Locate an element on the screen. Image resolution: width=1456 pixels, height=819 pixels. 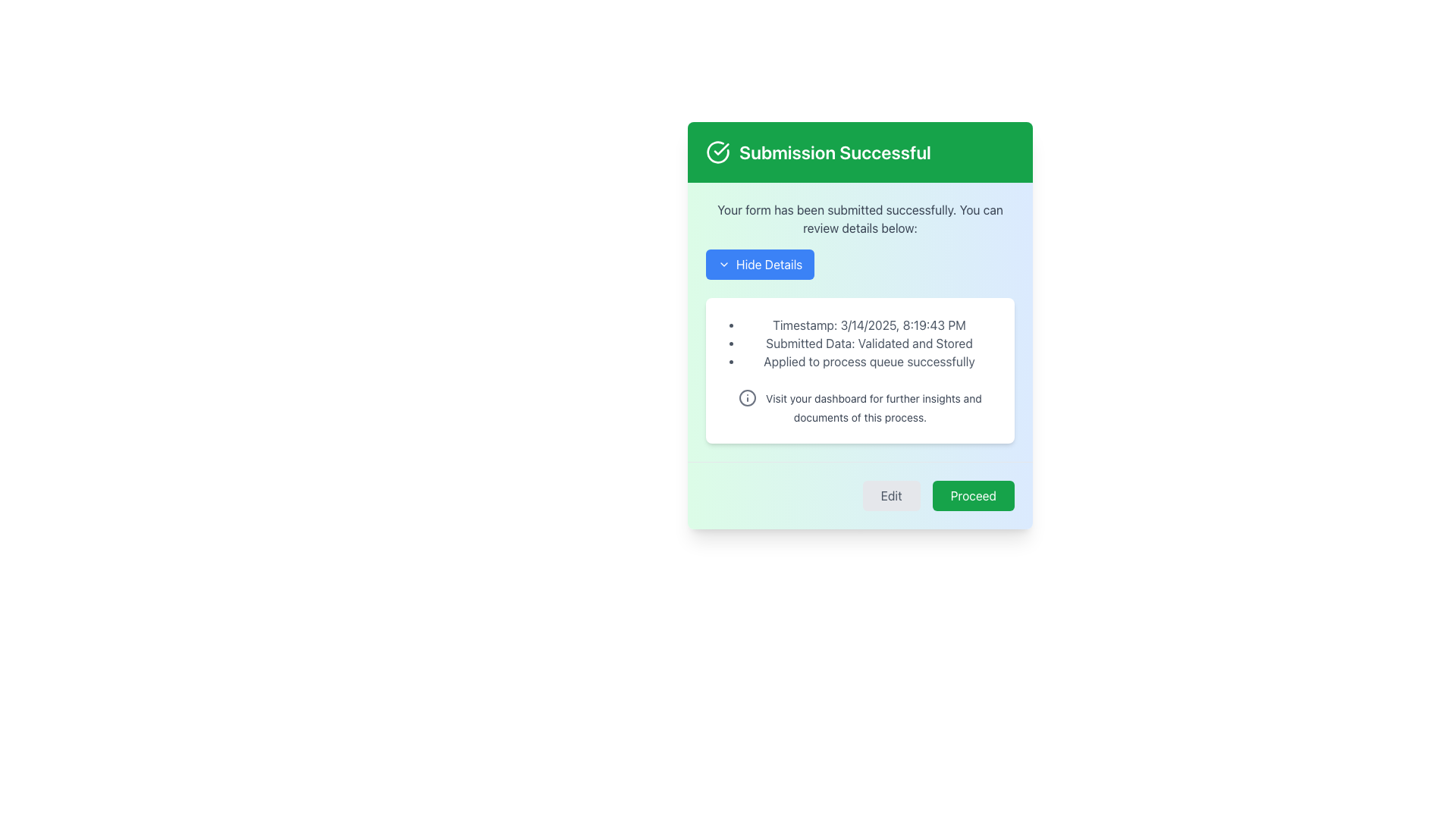
the text label indicating the validation and storage of the submitted data, which is the second item in a bulleted list within the 'Submission Successful' dialog box is located at coordinates (869, 343).